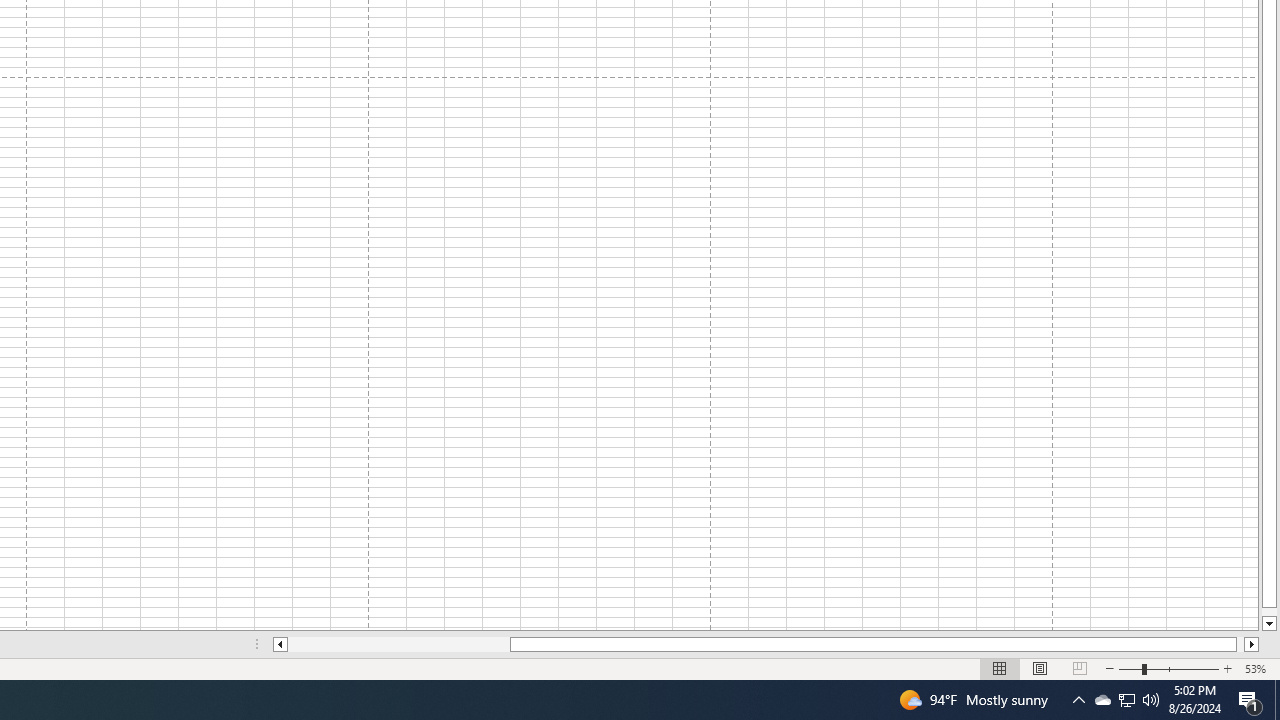 This screenshot has height=720, width=1280. What do you see at coordinates (1168, 669) in the screenshot?
I see `'Zoom'` at bounding box center [1168, 669].